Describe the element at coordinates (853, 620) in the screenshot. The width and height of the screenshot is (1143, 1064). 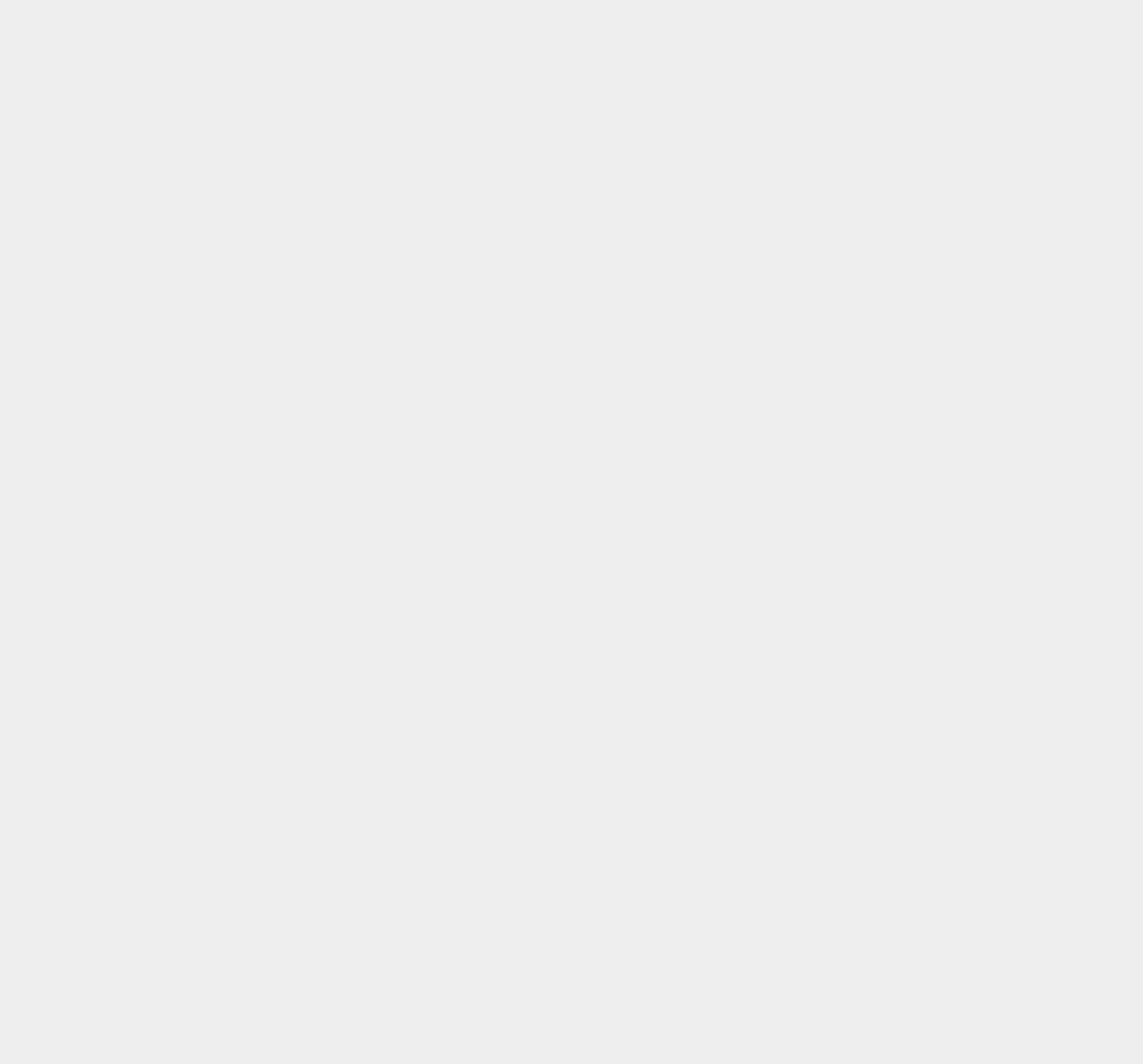
I see `'Western Digital'` at that location.